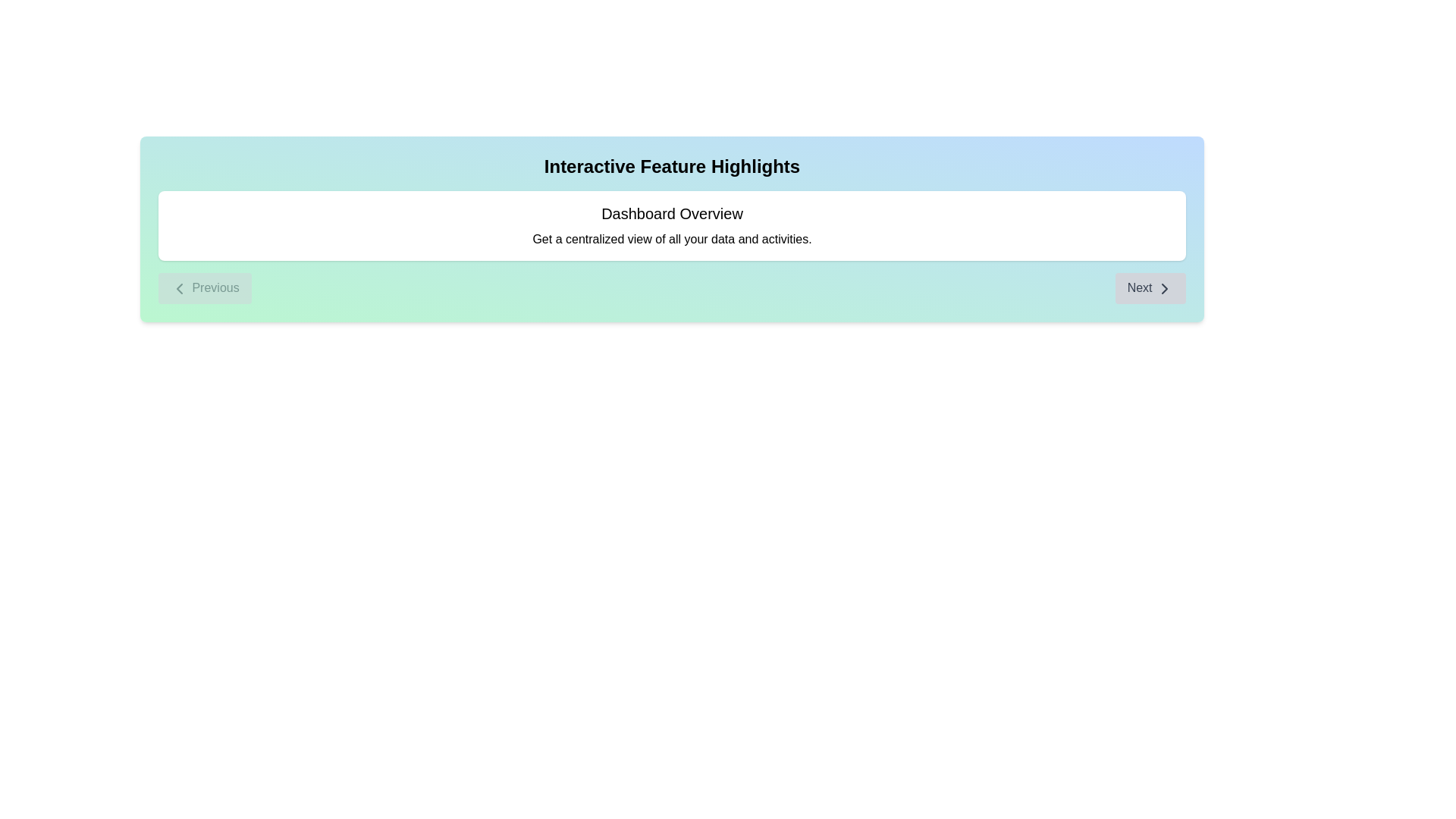 The height and width of the screenshot is (819, 1456). Describe the element at coordinates (1164, 288) in the screenshot. I see `the rightward-pointing chevron icon that serves as a secondary indicator for the 'Next' button, located in the rightmost region of the button area` at that location.